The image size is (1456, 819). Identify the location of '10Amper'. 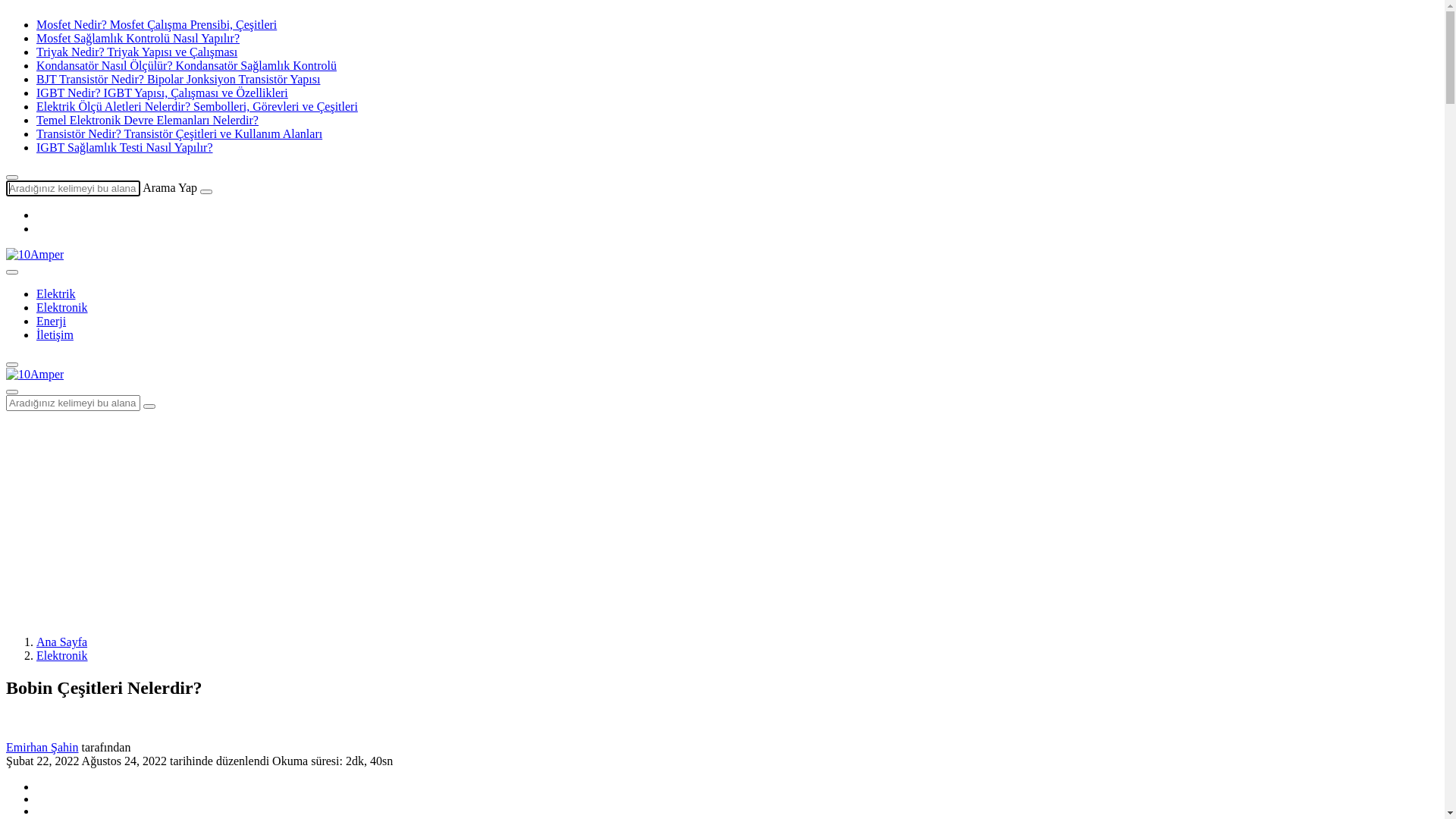
(6, 374).